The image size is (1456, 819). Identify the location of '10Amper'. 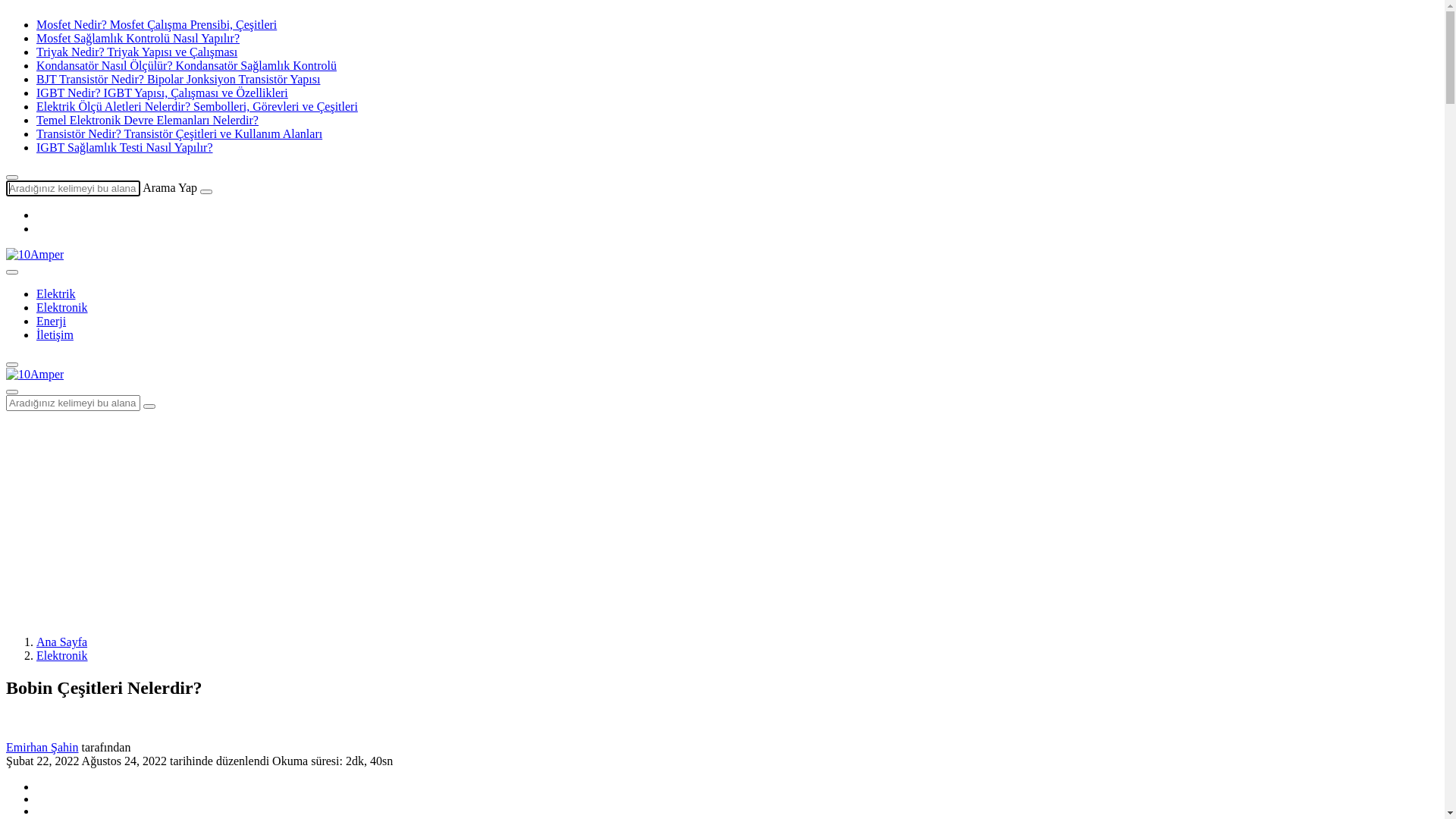
(6, 374).